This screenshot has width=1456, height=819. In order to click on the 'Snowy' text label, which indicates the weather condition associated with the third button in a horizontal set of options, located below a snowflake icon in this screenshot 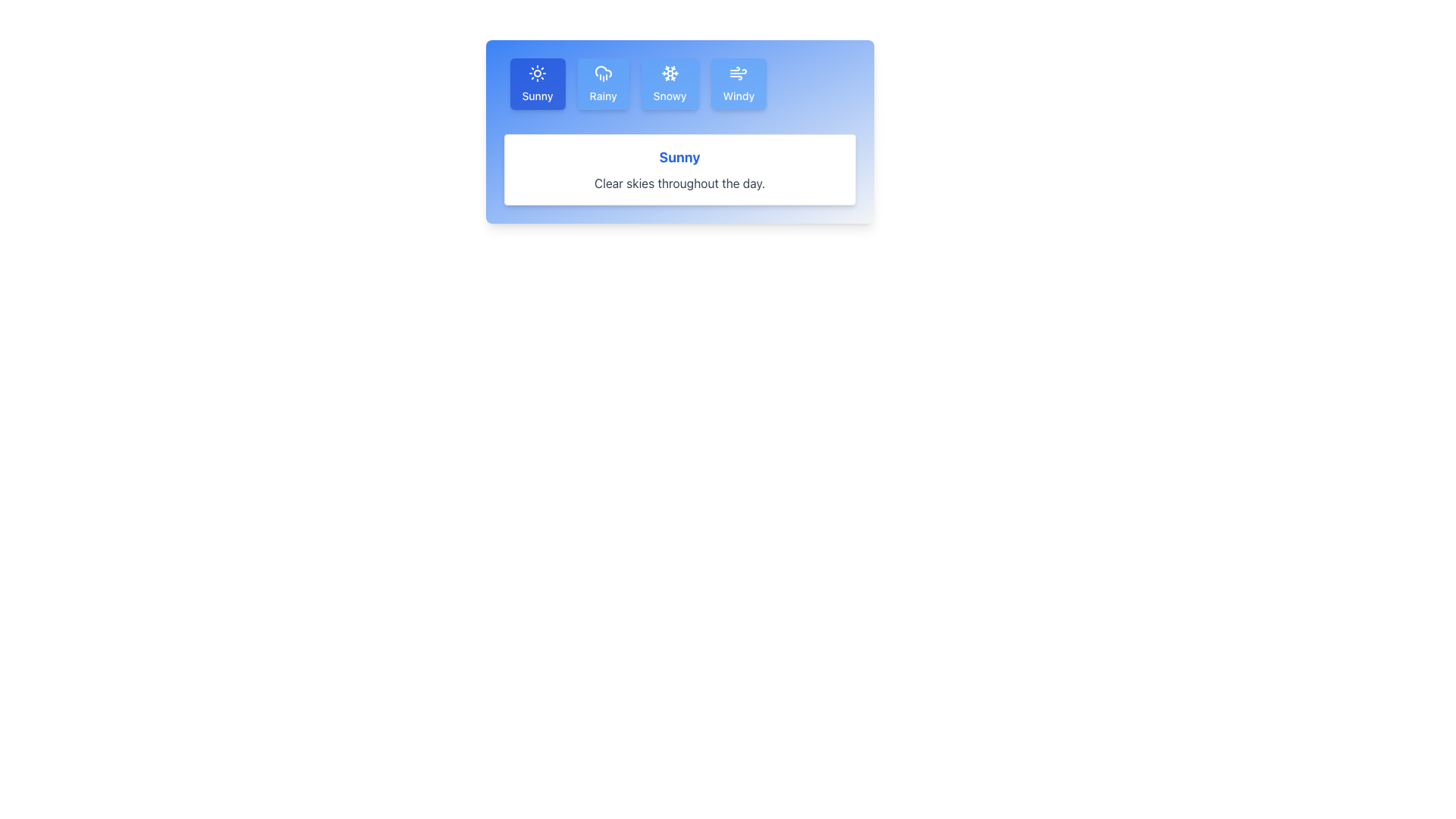, I will do `click(669, 96)`.